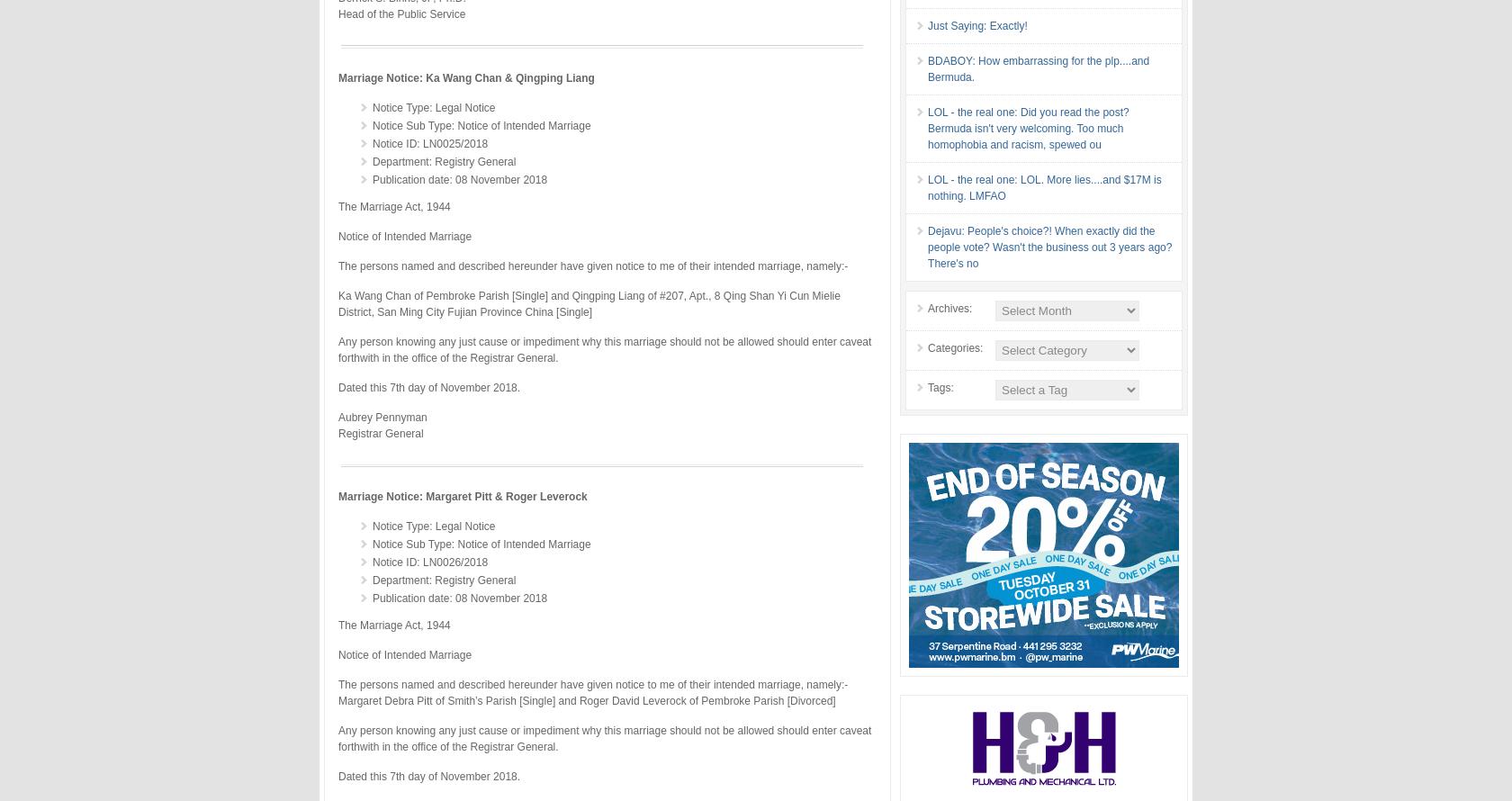 The width and height of the screenshot is (1512, 801). What do you see at coordinates (337, 495) in the screenshot?
I see `'Marriage Notice: Margaret Pitt & Roger Leverock'` at bounding box center [337, 495].